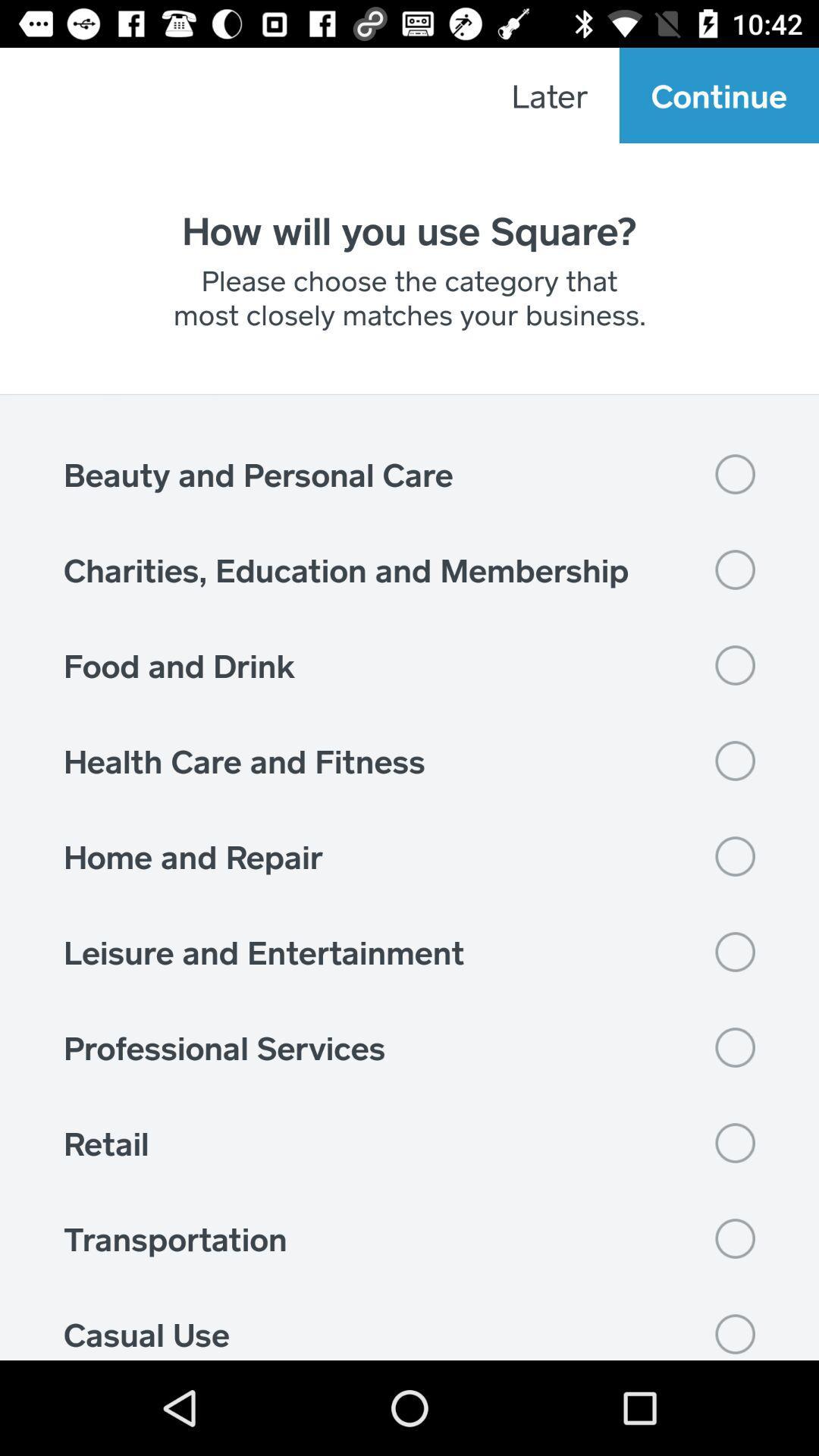 The width and height of the screenshot is (819, 1456). What do you see at coordinates (549, 94) in the screenshot?
I see `later item` at bounding box center [549, 94].